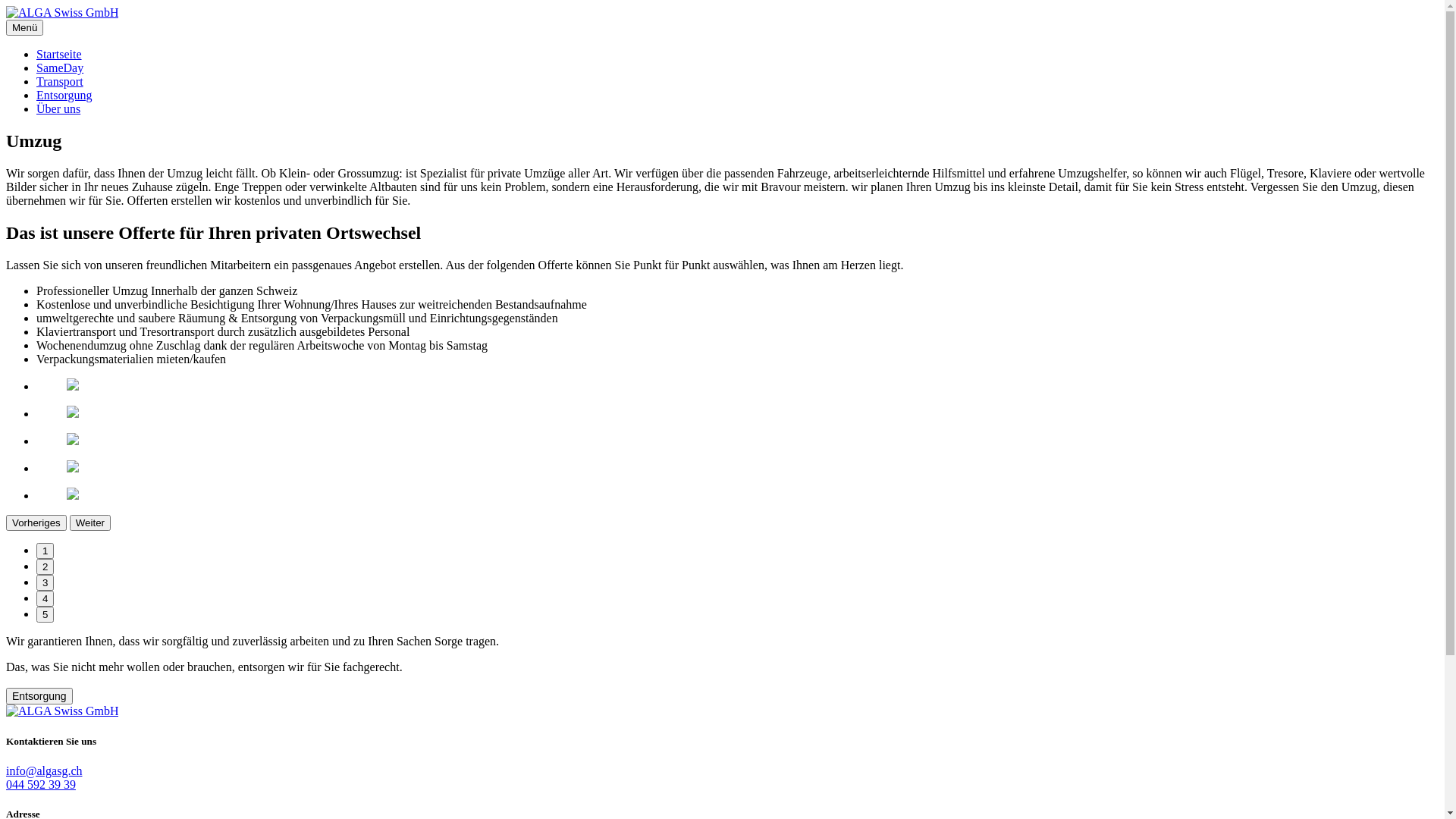 The image size is (1456, 819). I want to click on 'Startseite', so click(58, 53).